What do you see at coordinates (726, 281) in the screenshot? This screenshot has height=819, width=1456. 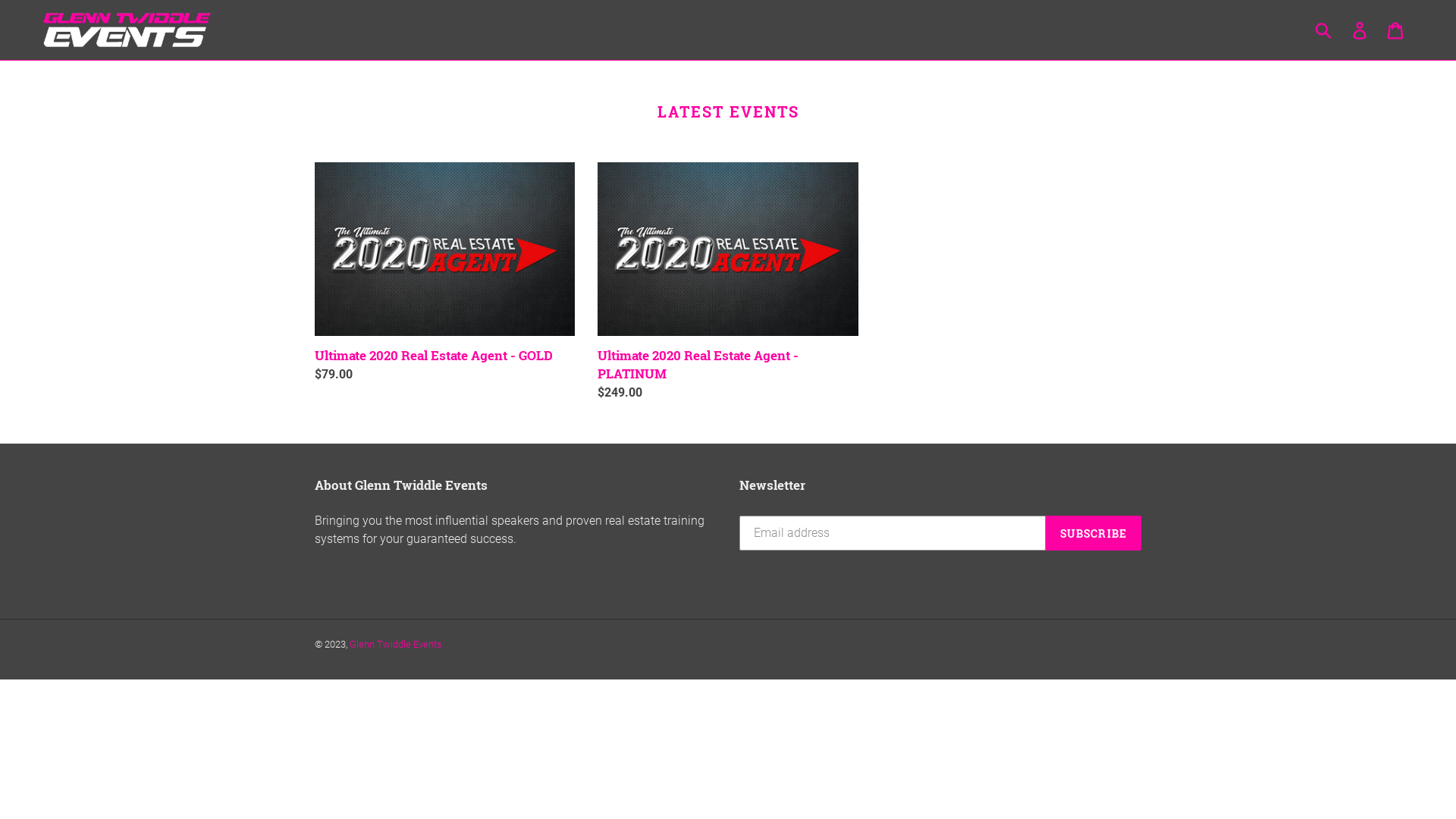 I see `'Ultimate 2020 Real Estate Agent - PLATINUM'` at bounding box center [726, 281].